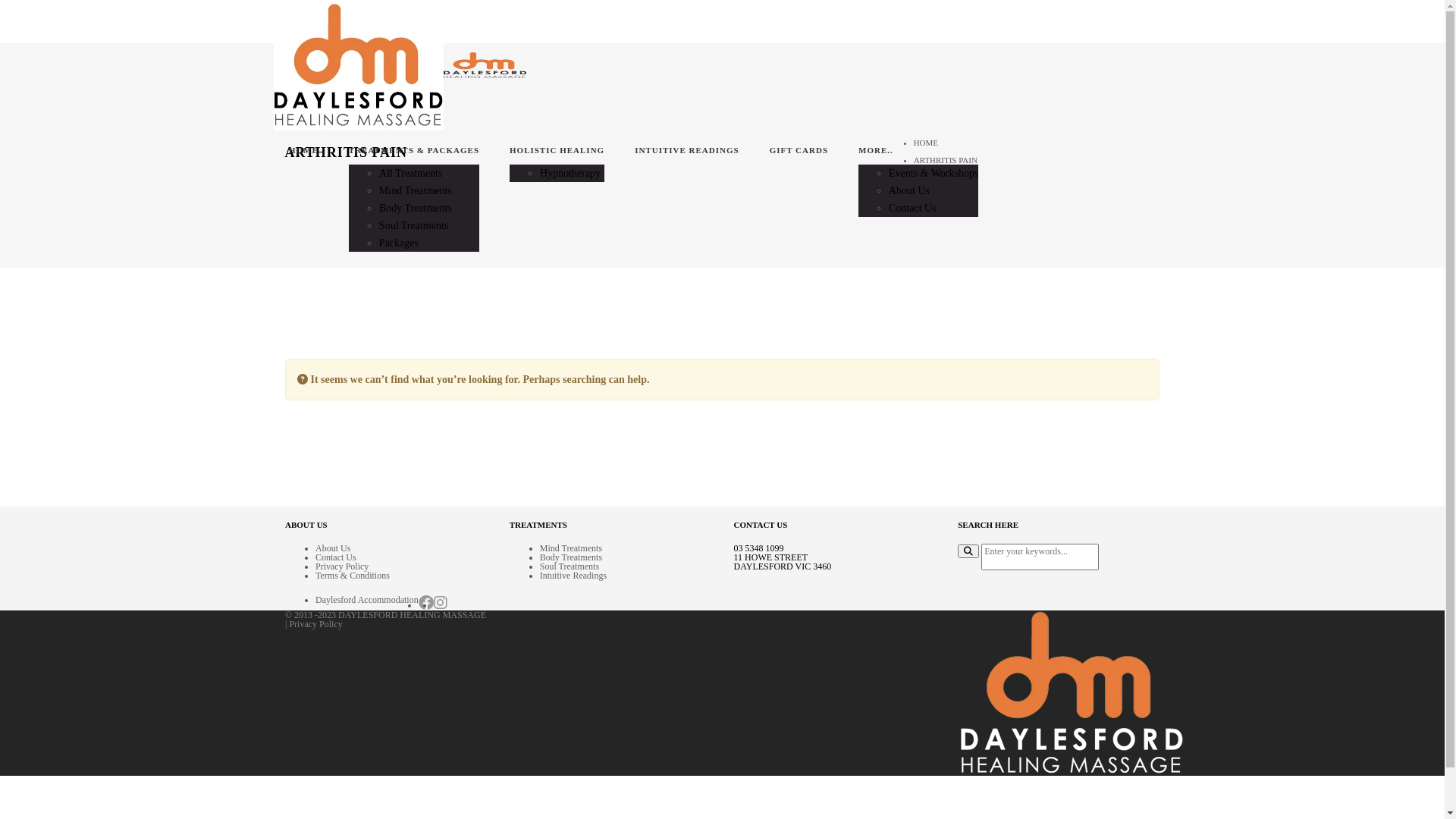 This screenshot has height=819, width=1456. I want to click on 'Contact Us', so click(912, 208).